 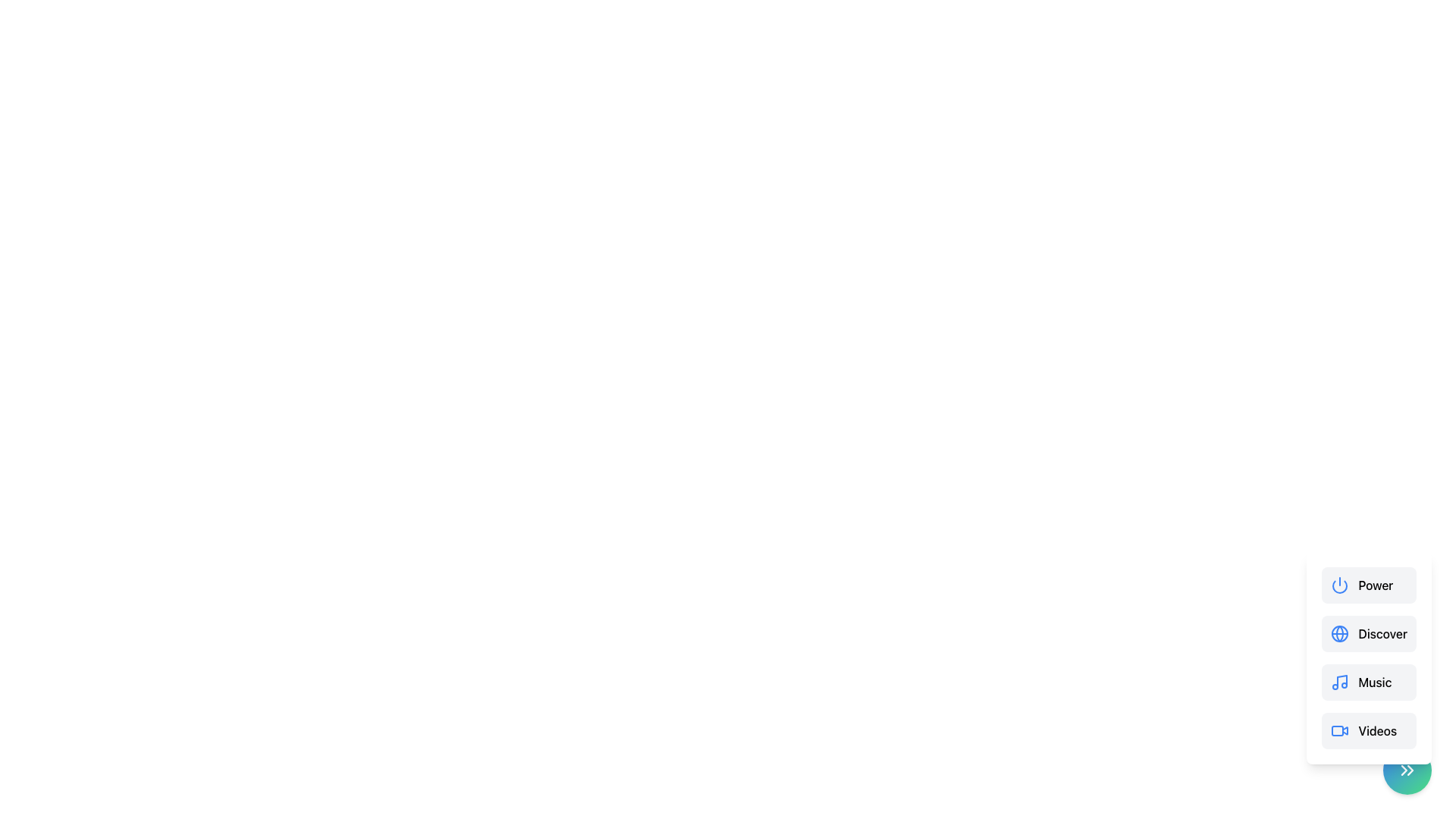 I want to click on the text label that says 'Videos', which is styled with medium font weight and located at the bottom of the vertical menu on the right side of the interface, so click(x=1377, y=730).